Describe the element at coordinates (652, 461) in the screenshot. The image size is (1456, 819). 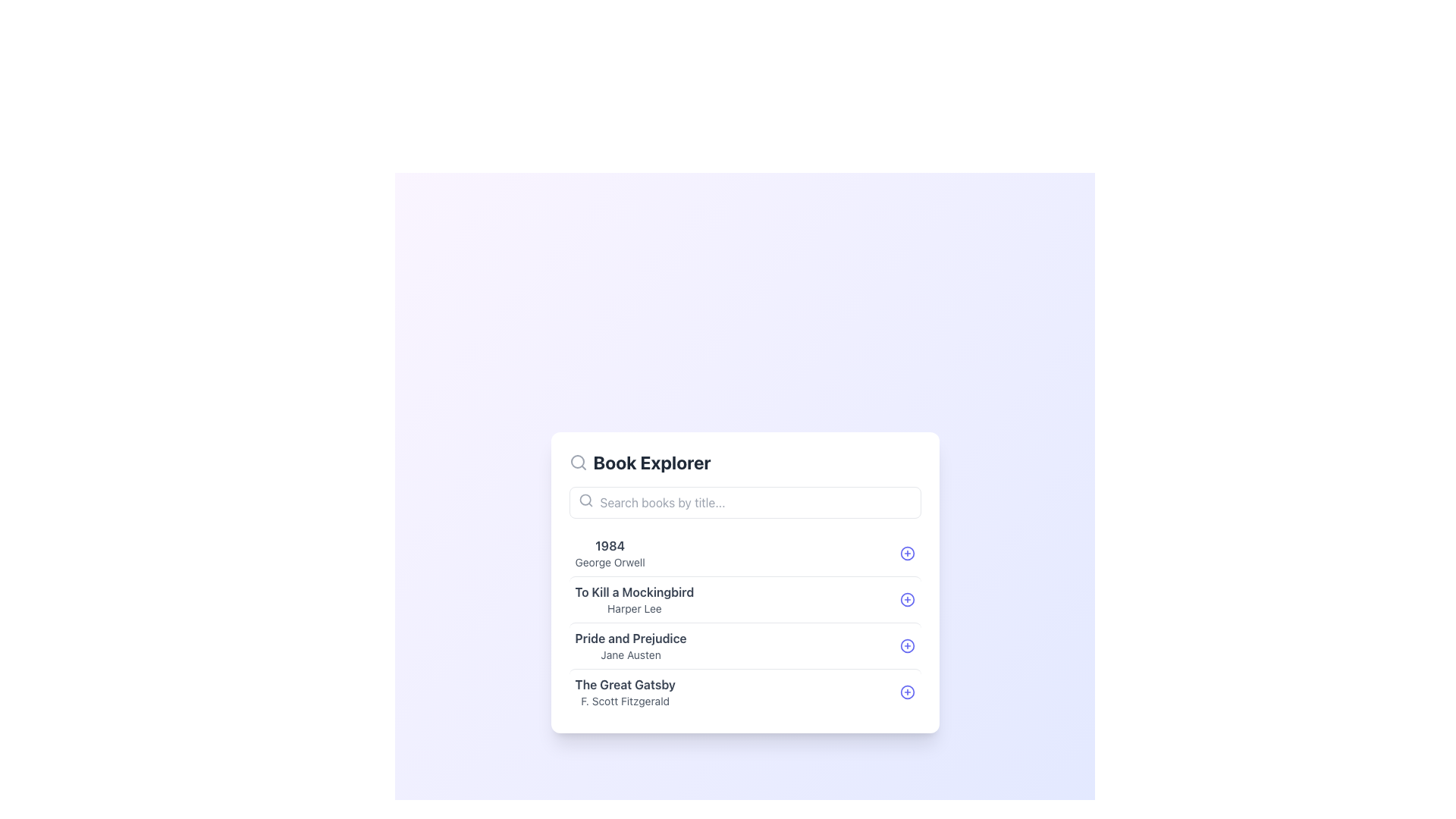
I see `the reading view by clicking on the 'Book Explorer' title element` at that location.